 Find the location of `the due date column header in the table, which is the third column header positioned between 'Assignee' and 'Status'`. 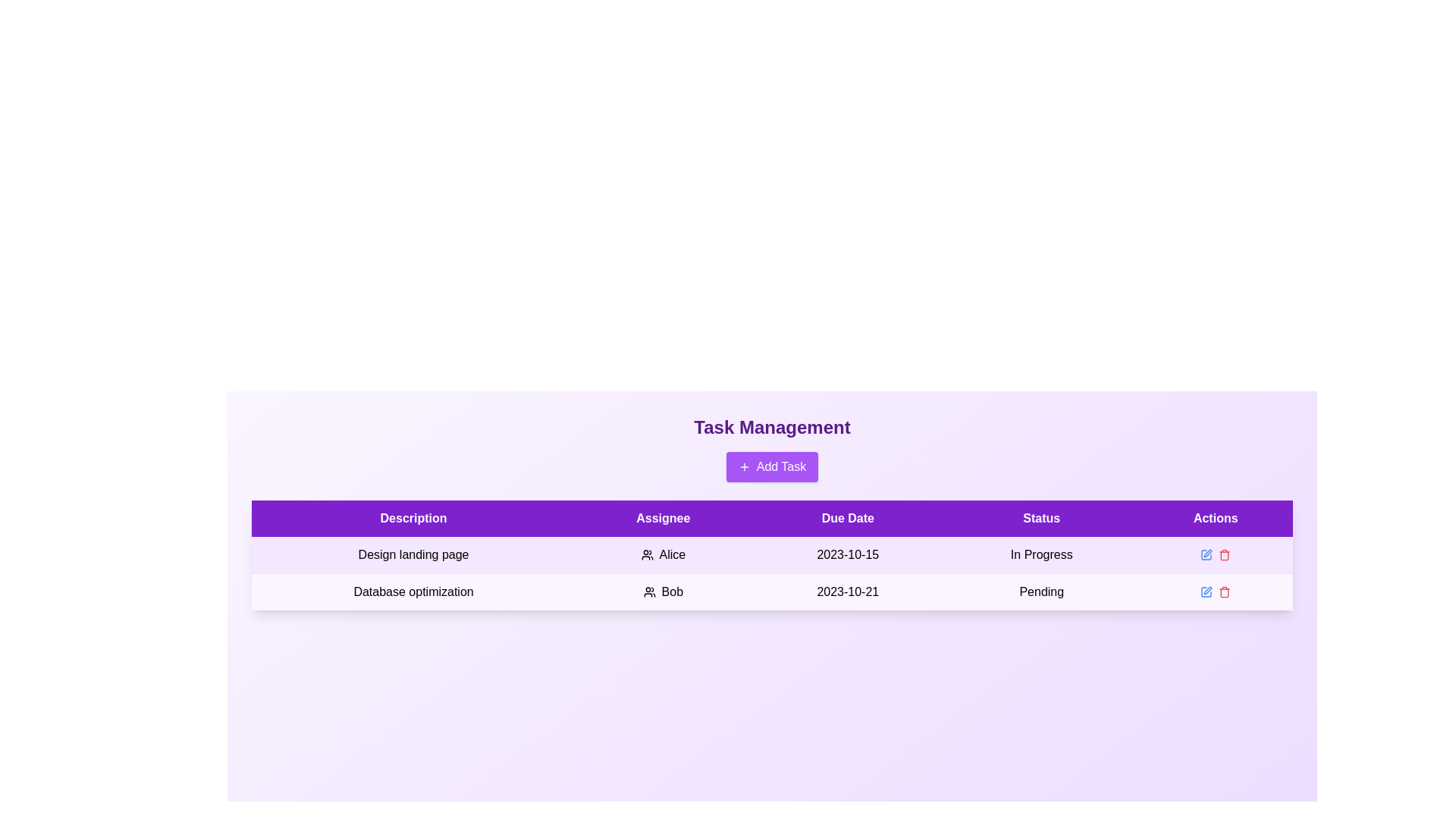

the due date column header in the table, which is the third column header positioned between 'Assignee' and 'Status' is located at coordinates (847, 517).